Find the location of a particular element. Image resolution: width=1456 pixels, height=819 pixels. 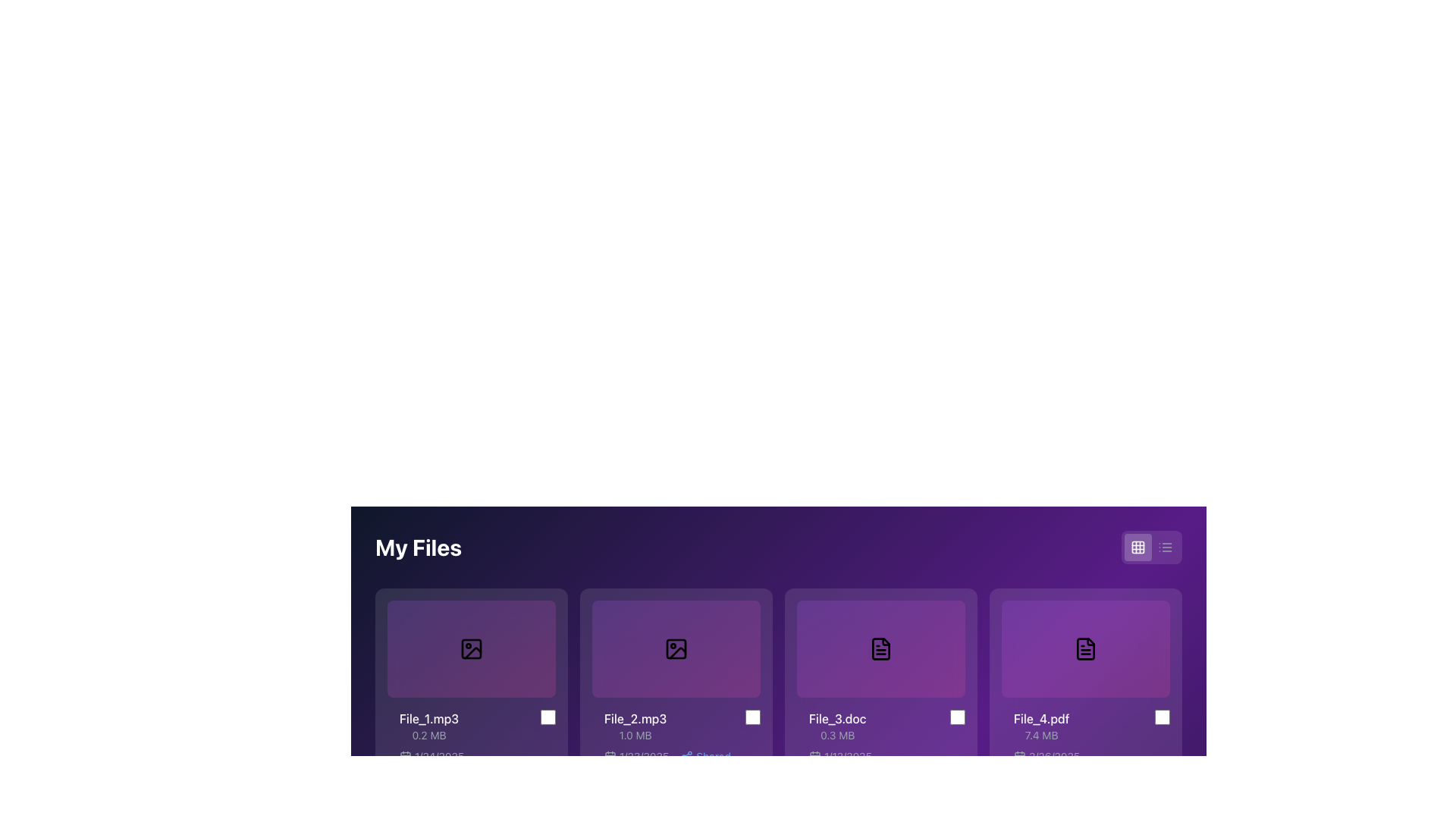

the top-left square of the grid icon, which is part of a structured grid interface and visually consistent with the flat design of the UI is located at coordinates (1138, 547).